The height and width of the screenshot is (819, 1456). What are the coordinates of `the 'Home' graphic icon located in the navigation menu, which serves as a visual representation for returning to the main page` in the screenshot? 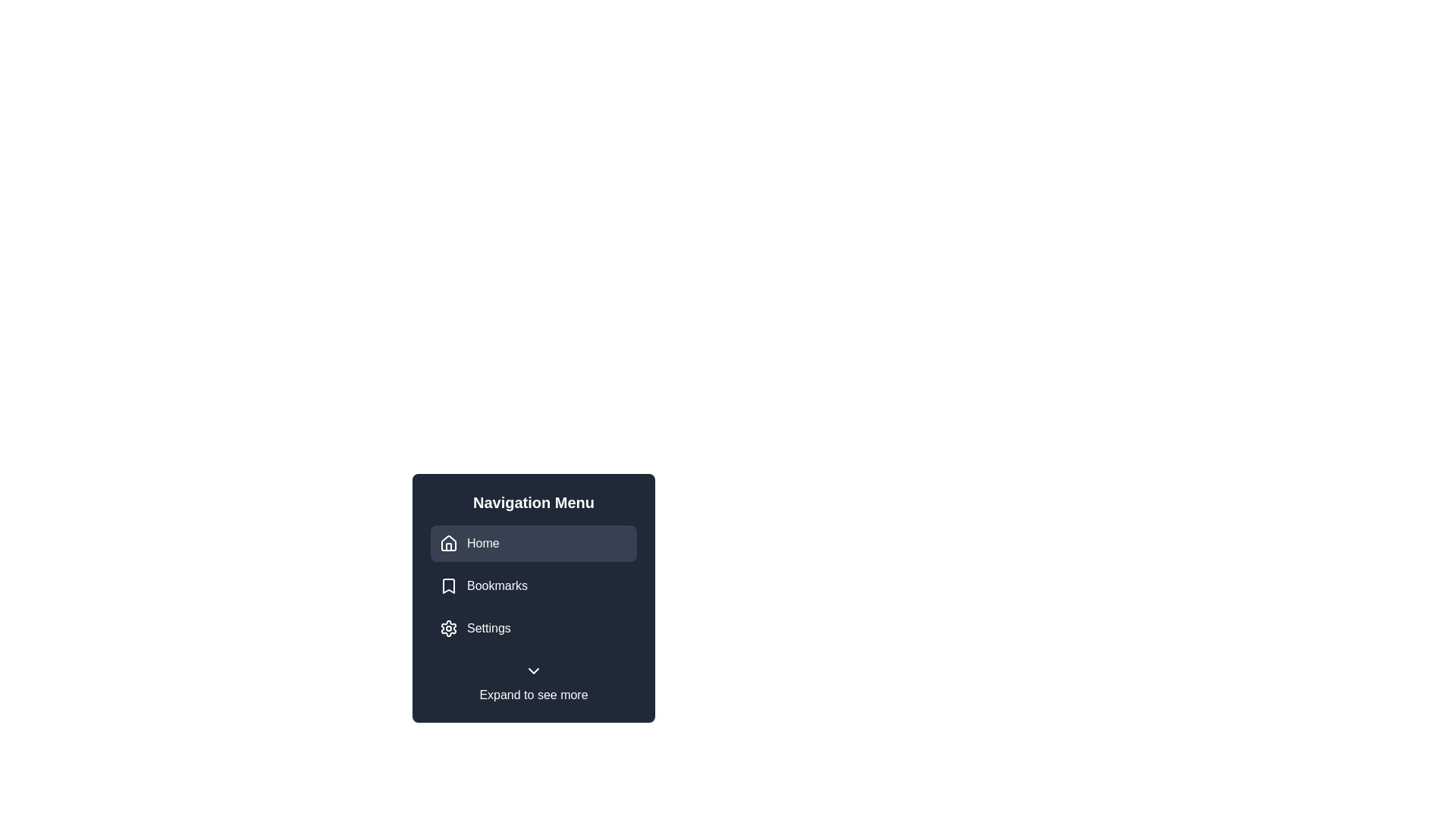 It's located at (447, 542).